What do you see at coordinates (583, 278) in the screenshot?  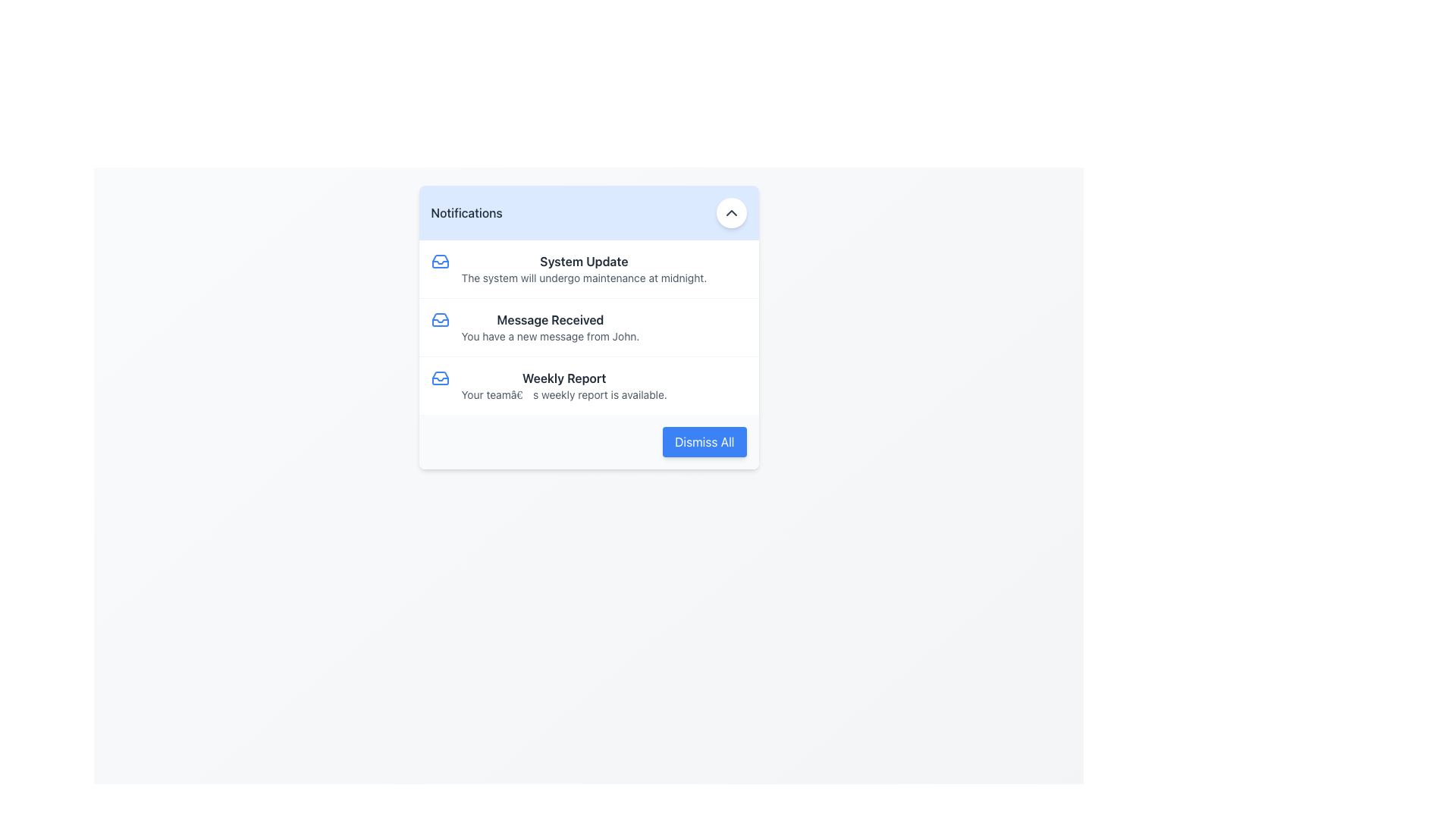 I see `information provided in the notification text below the title 'System Update', which details an upcoming scheduled maintenance event` at bounding box center [583, 278].